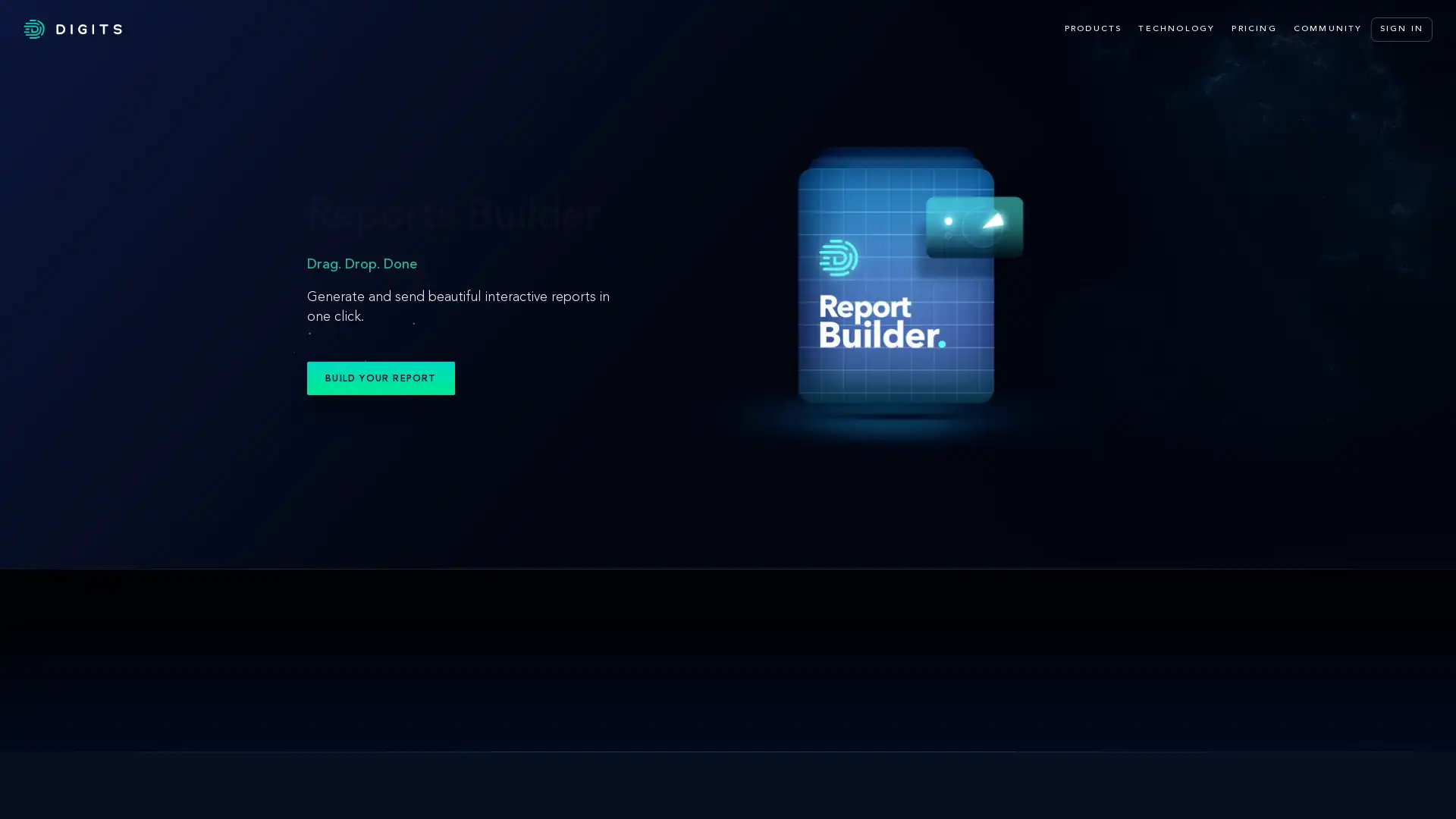  What do you see at coordinates (910, 472) in the screenshot?
I see `Digits Boost` at bounding box center [910, 472].